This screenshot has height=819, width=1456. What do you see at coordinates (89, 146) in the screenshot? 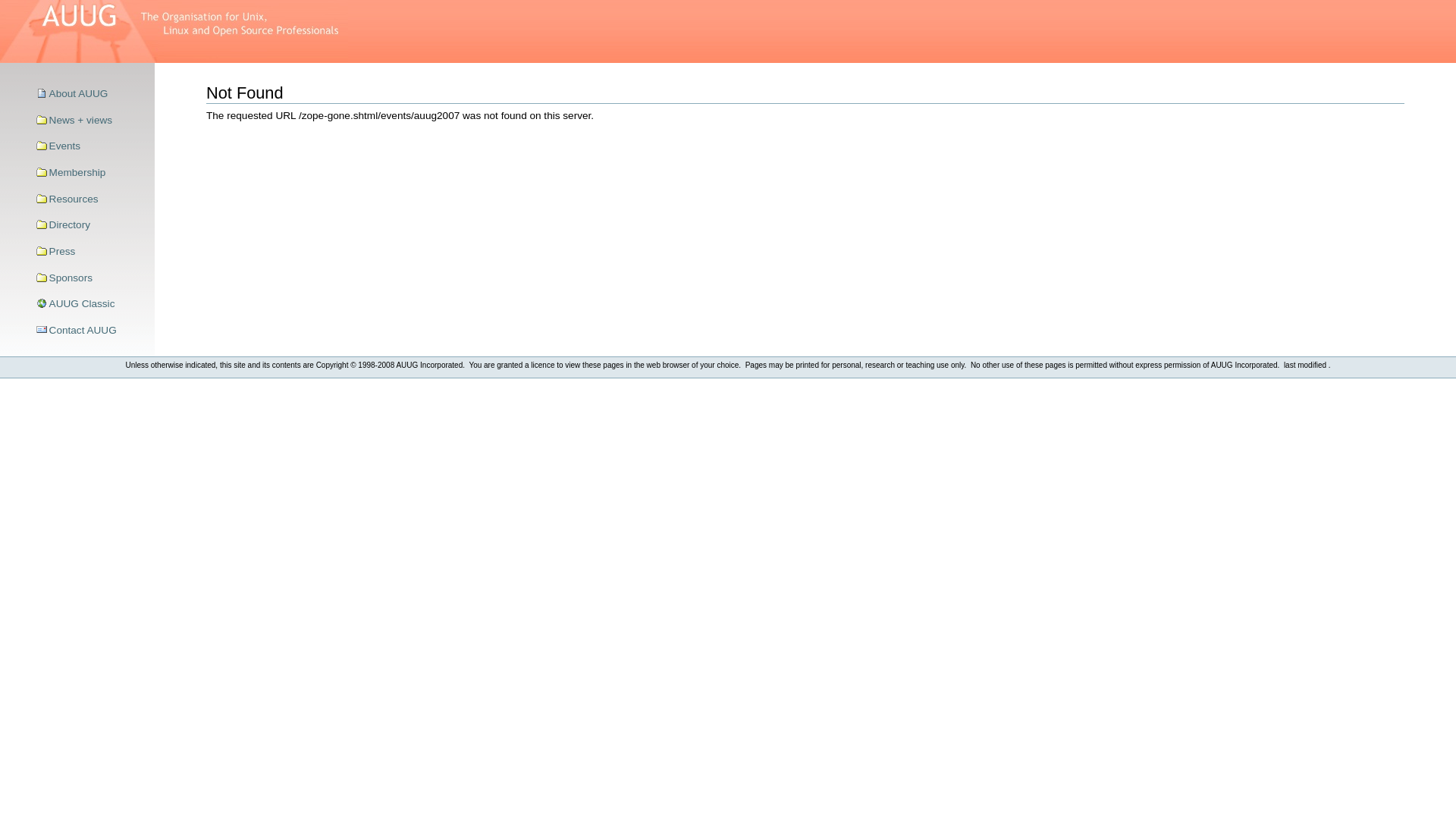
I see `'Events'` at bounding box center [89, 146].